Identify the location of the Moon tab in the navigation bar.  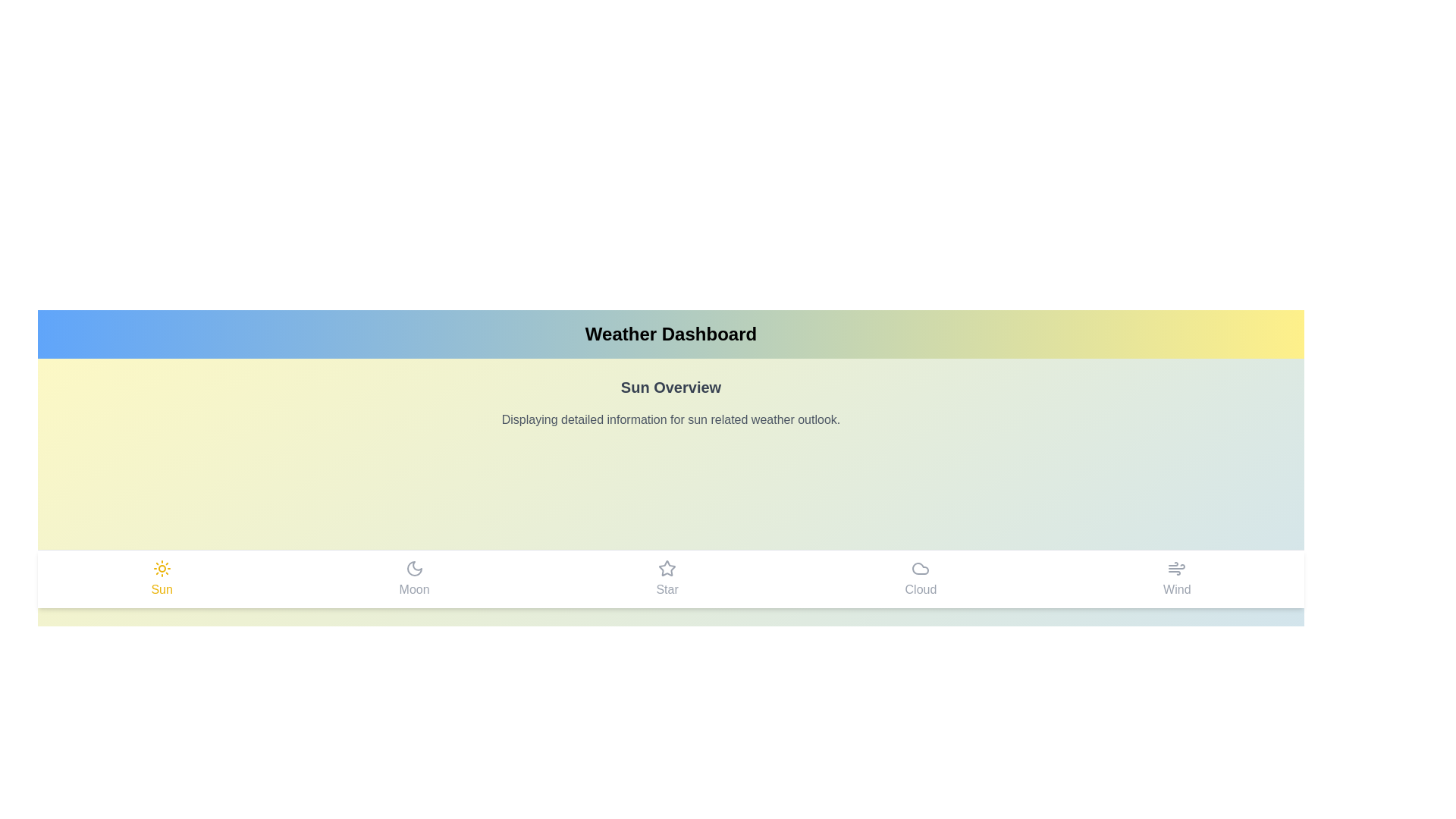
(414, 579).